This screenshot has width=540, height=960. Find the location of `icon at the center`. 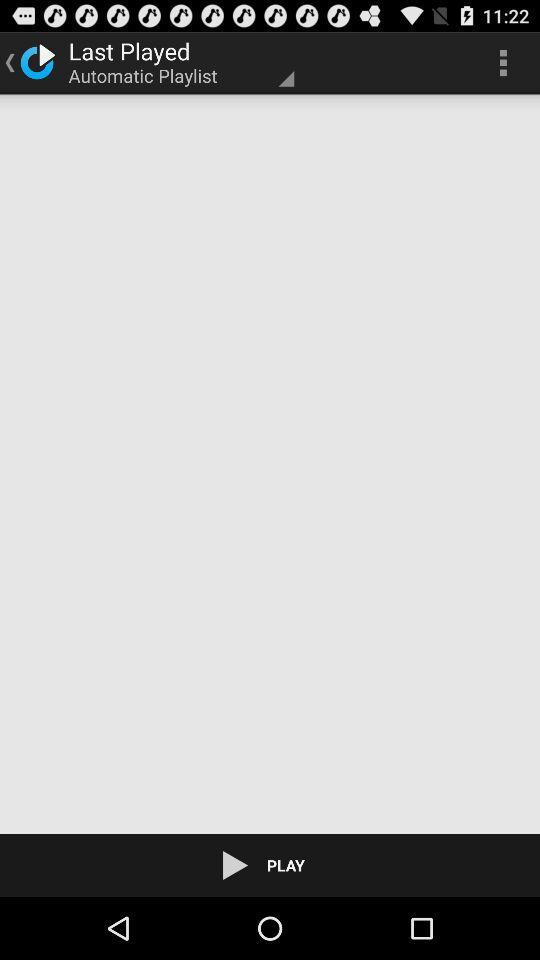

icon at the center is located at coordinates (270, 464).